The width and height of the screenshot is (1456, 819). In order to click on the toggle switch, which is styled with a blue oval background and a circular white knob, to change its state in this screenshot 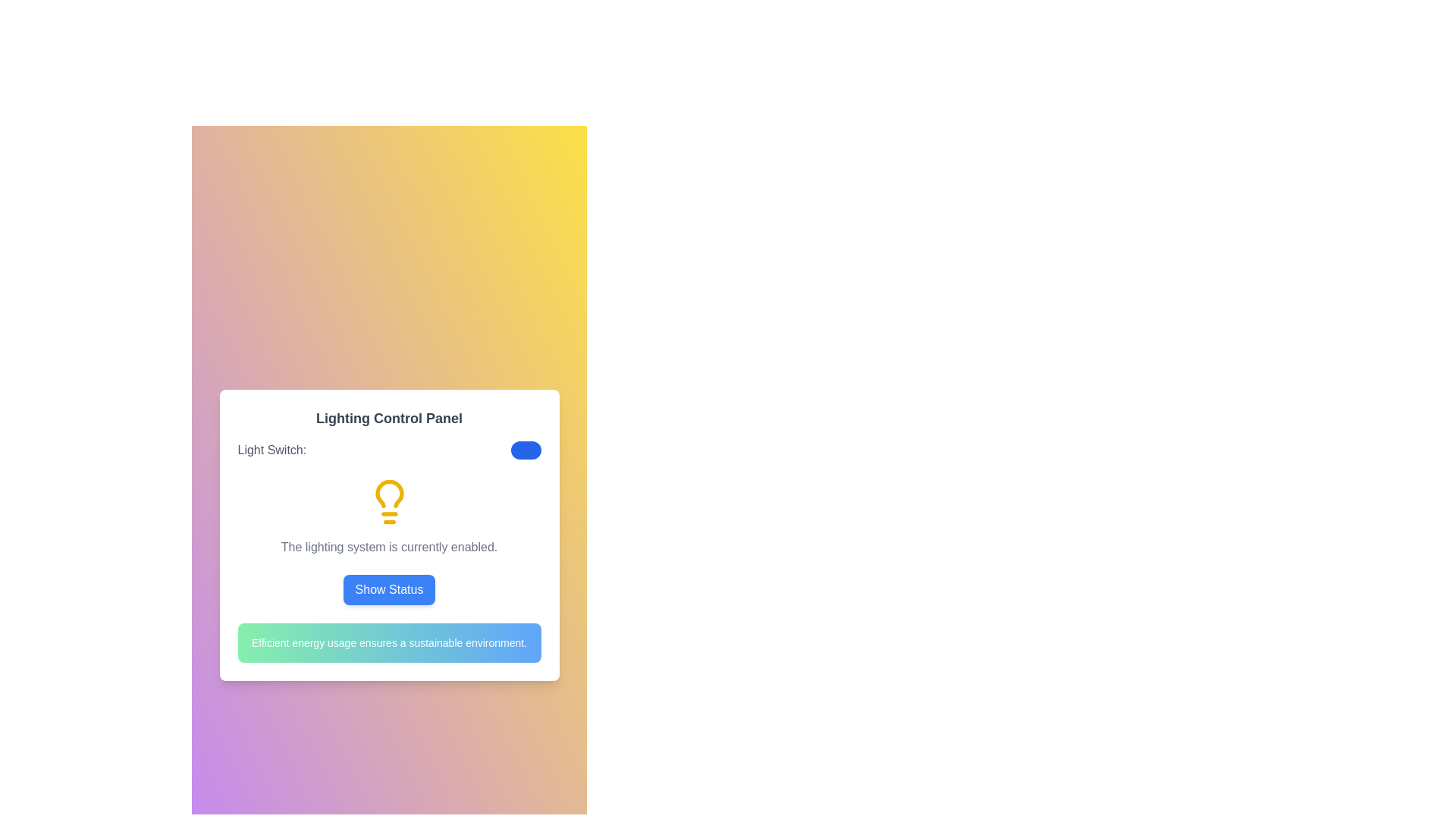, I will do `click(526, 450)`.